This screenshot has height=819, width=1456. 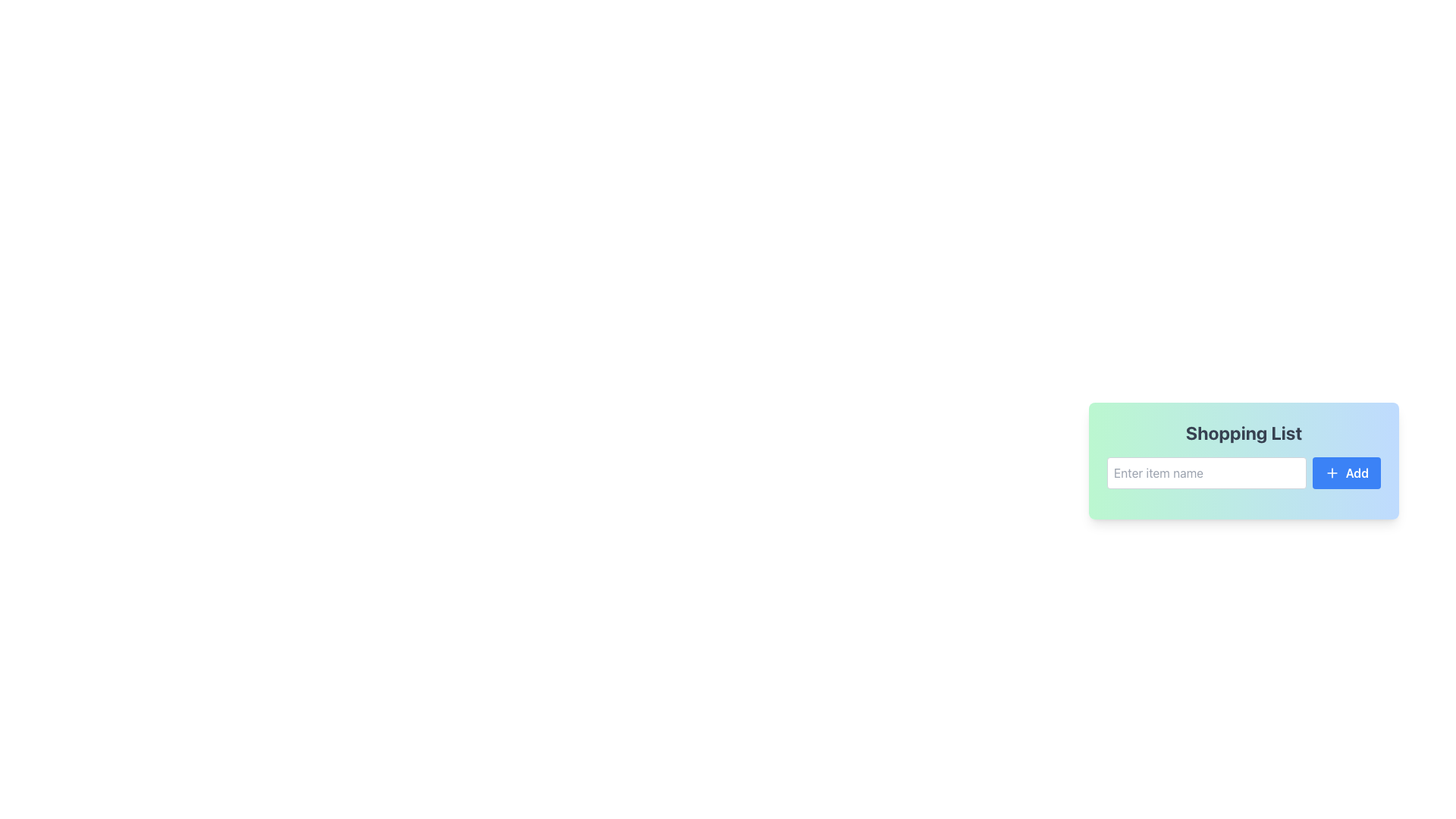 What do you see at coordinates (1346, 472) in the screenshot?
I see `the button used to add an item to the shopping list, located at the rightmost end of the element group next to the input box labeled 'Enter item name'` at bounding box center [1346, 472].